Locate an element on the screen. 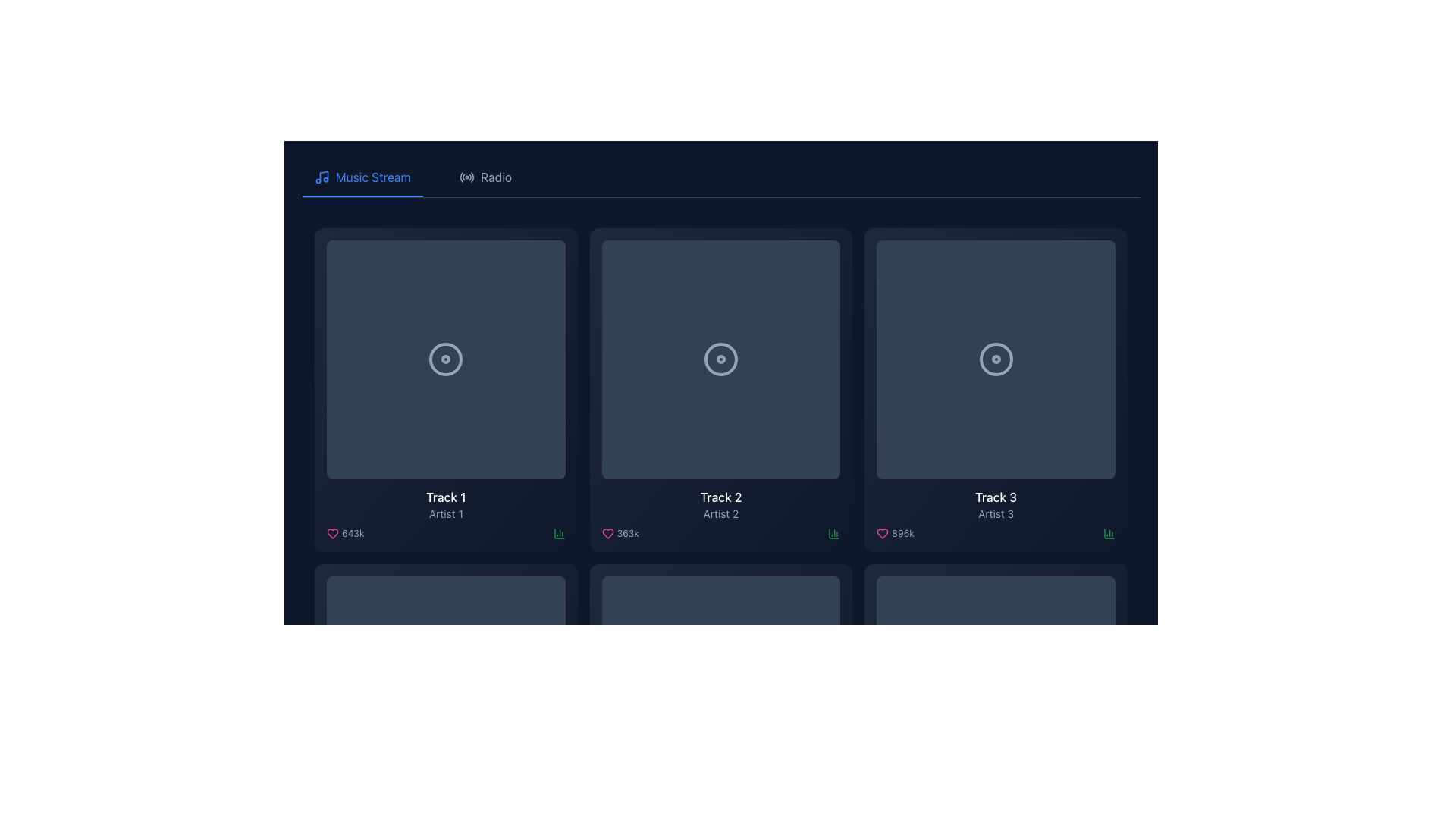 The image size is (1456, 819). the pink heart icon and text indicator showing '896k' located below the third card in the 'Track 3' section to highlight it is located at coordinates (895, 532).